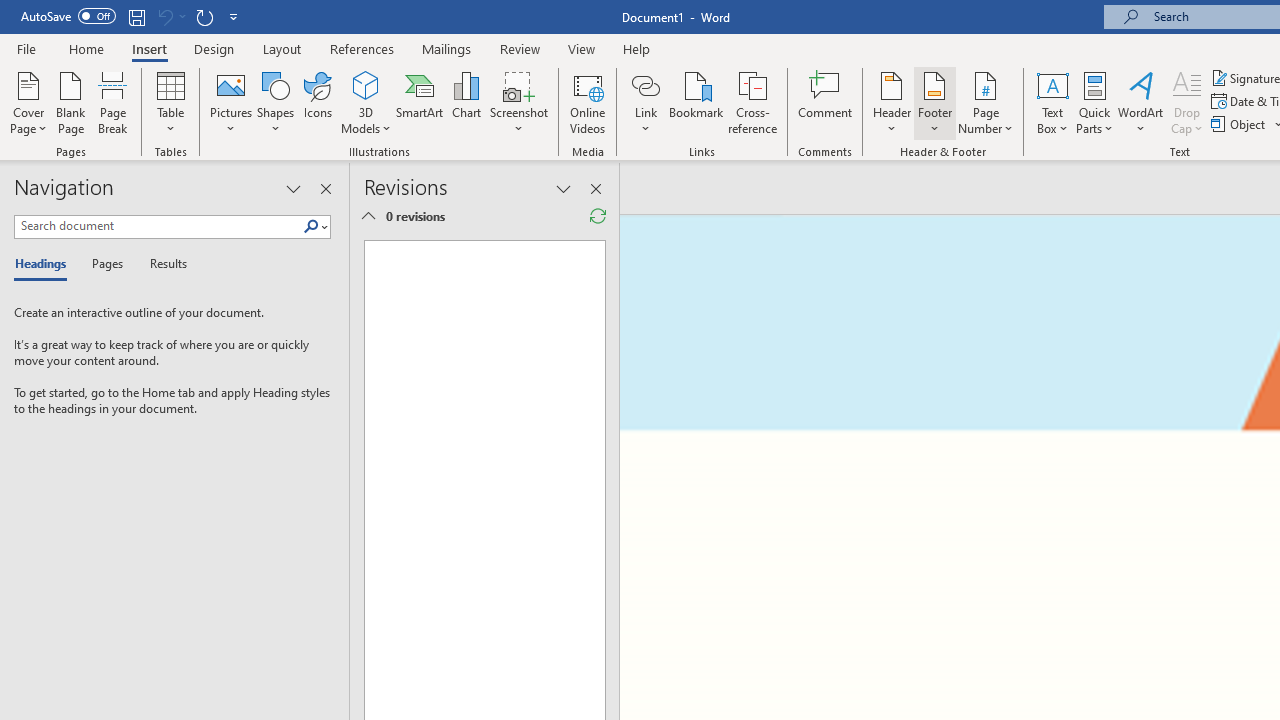 The image size is (1280, 720). What do you see at coordinates (170, 16) in the screenshot?
I see `'Can'` at bounding box center [170, 16].